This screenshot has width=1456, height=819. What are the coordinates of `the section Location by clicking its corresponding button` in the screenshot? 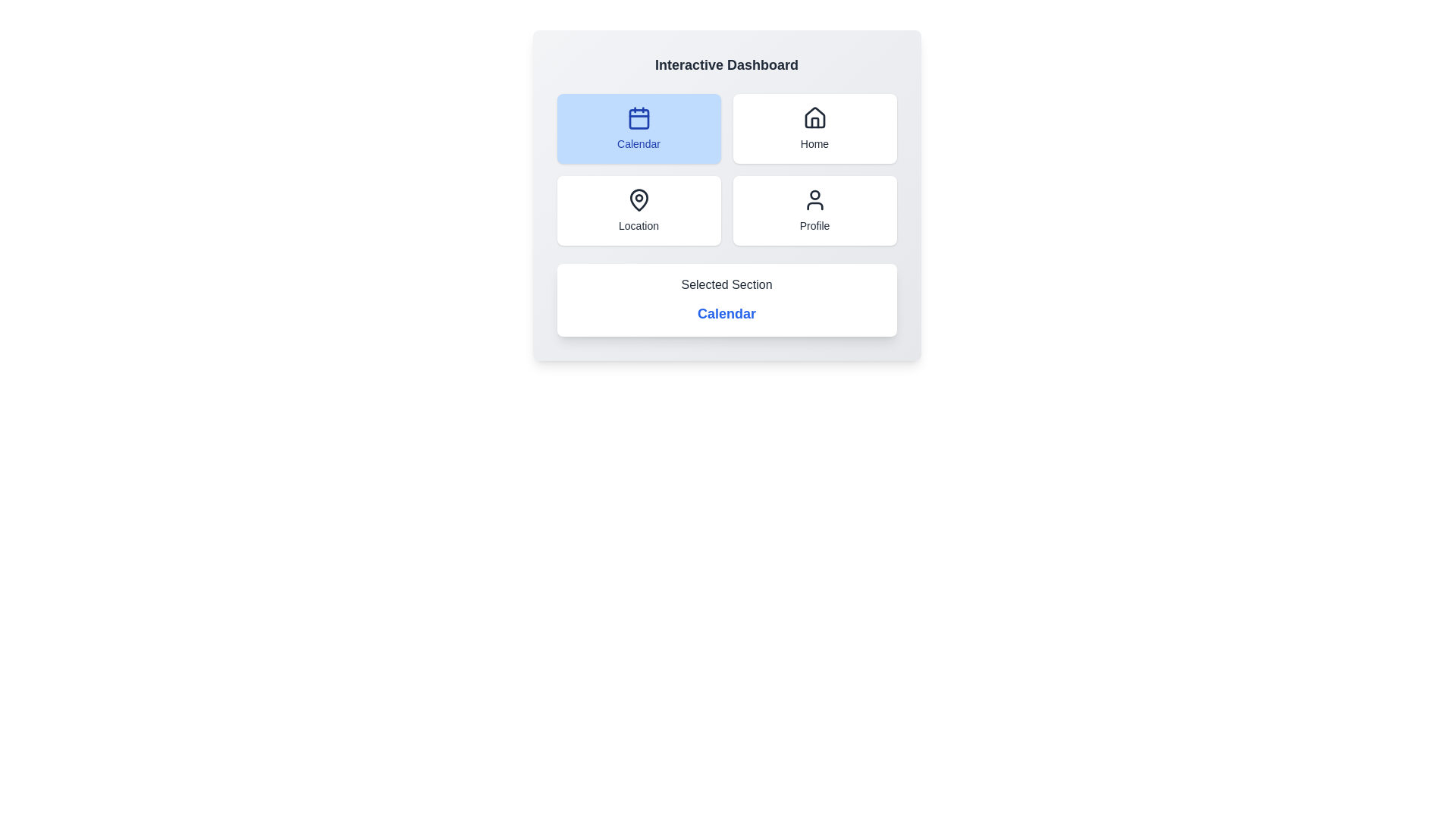 It's located at (639, 210).